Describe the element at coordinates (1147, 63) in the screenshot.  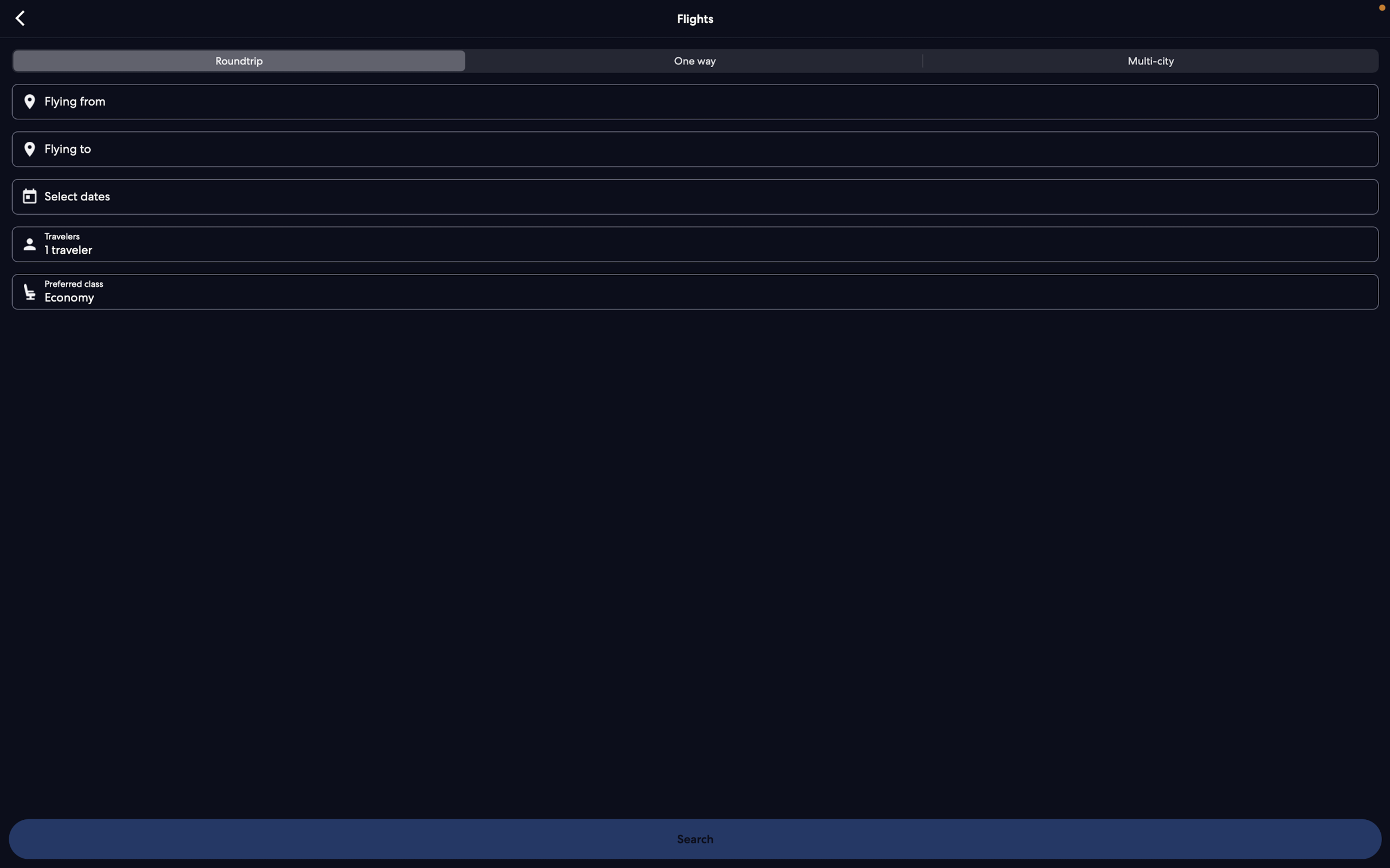
I see `the option to reserve flight for more than one city` at that location.